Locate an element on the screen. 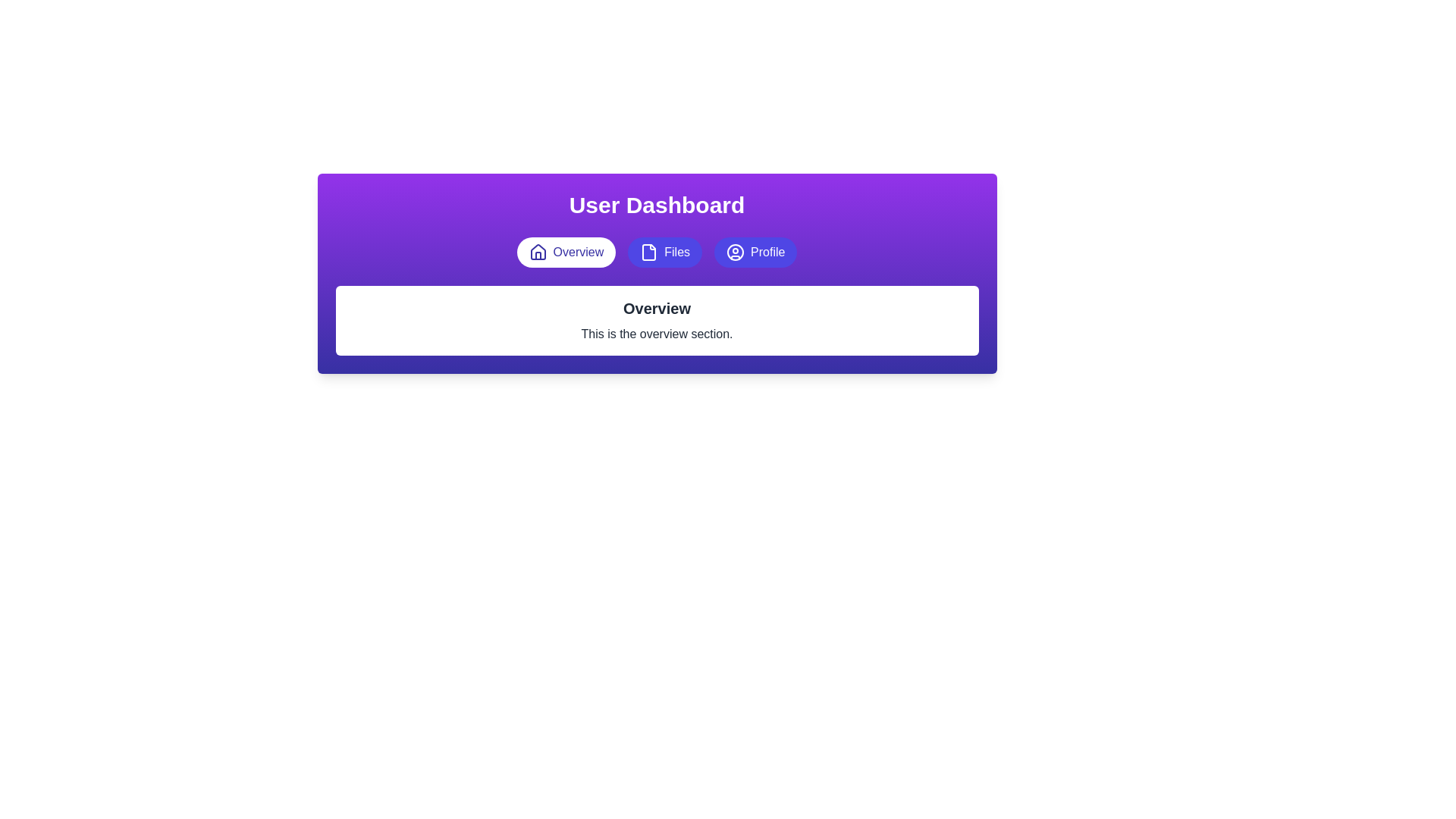 The height and width of the screenshot is (819, 1456). the 'Overview' button located in the navigation bar at the top of the interface, which has a rounded rectangular shape, a white background, and indigo-colored text with a house icon is located at coordinates (565, 251).